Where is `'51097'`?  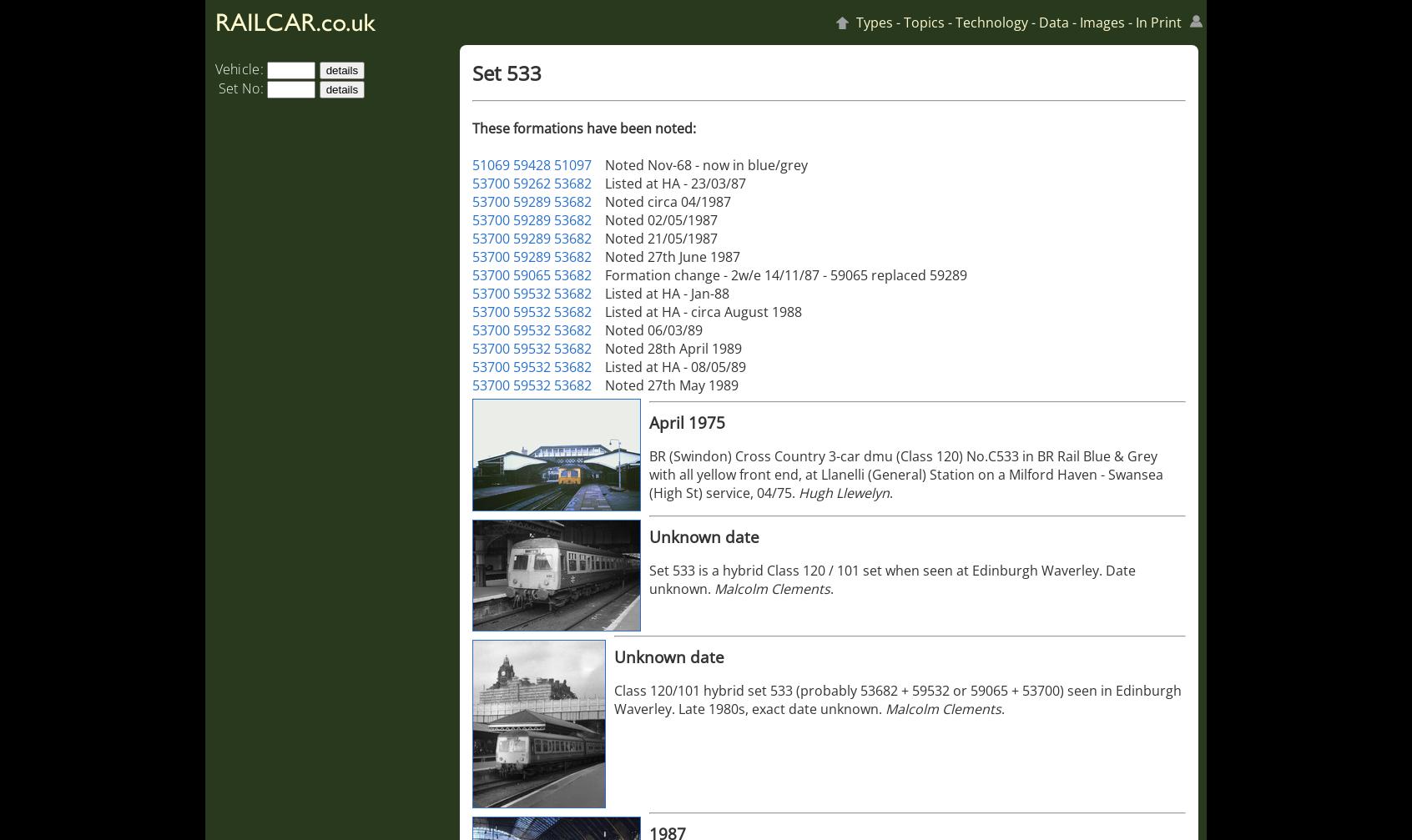
'51097' is located at coordinates (572, 164).